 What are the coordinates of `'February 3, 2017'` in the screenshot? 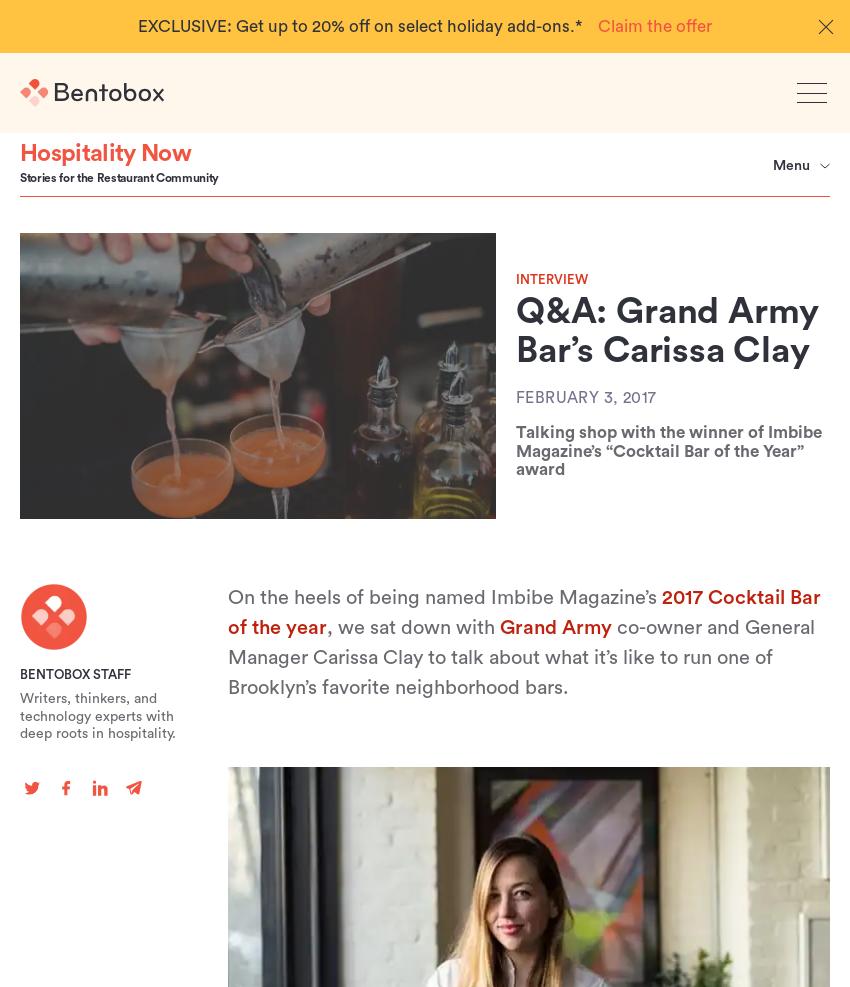 It's located at (585, 396).